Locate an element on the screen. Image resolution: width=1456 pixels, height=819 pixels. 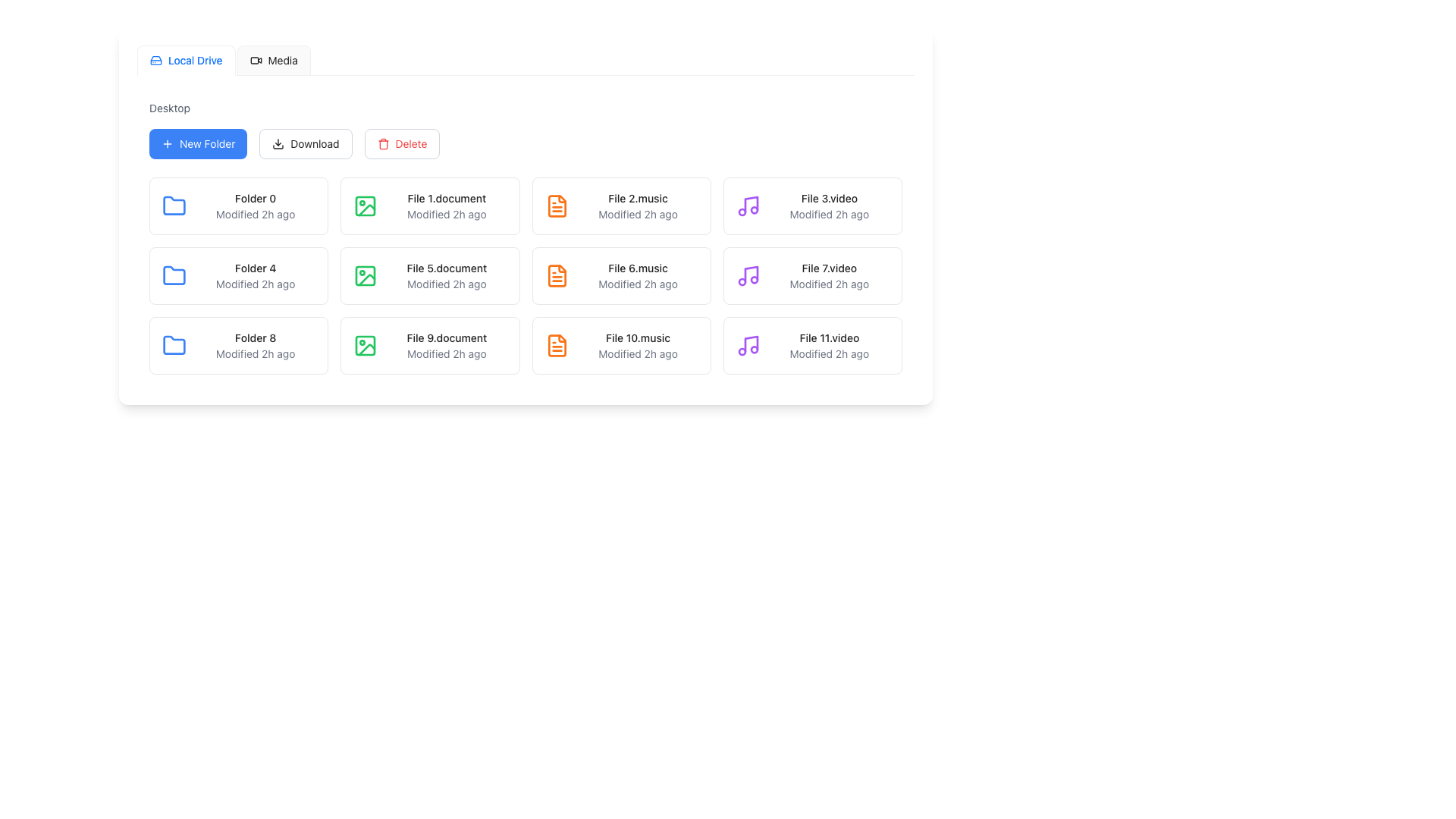
the text label displaying 'Modified 2h ago', which is styled in gray and appears below the primary file name 'File 7.video' is located at coordinates (828, 284).